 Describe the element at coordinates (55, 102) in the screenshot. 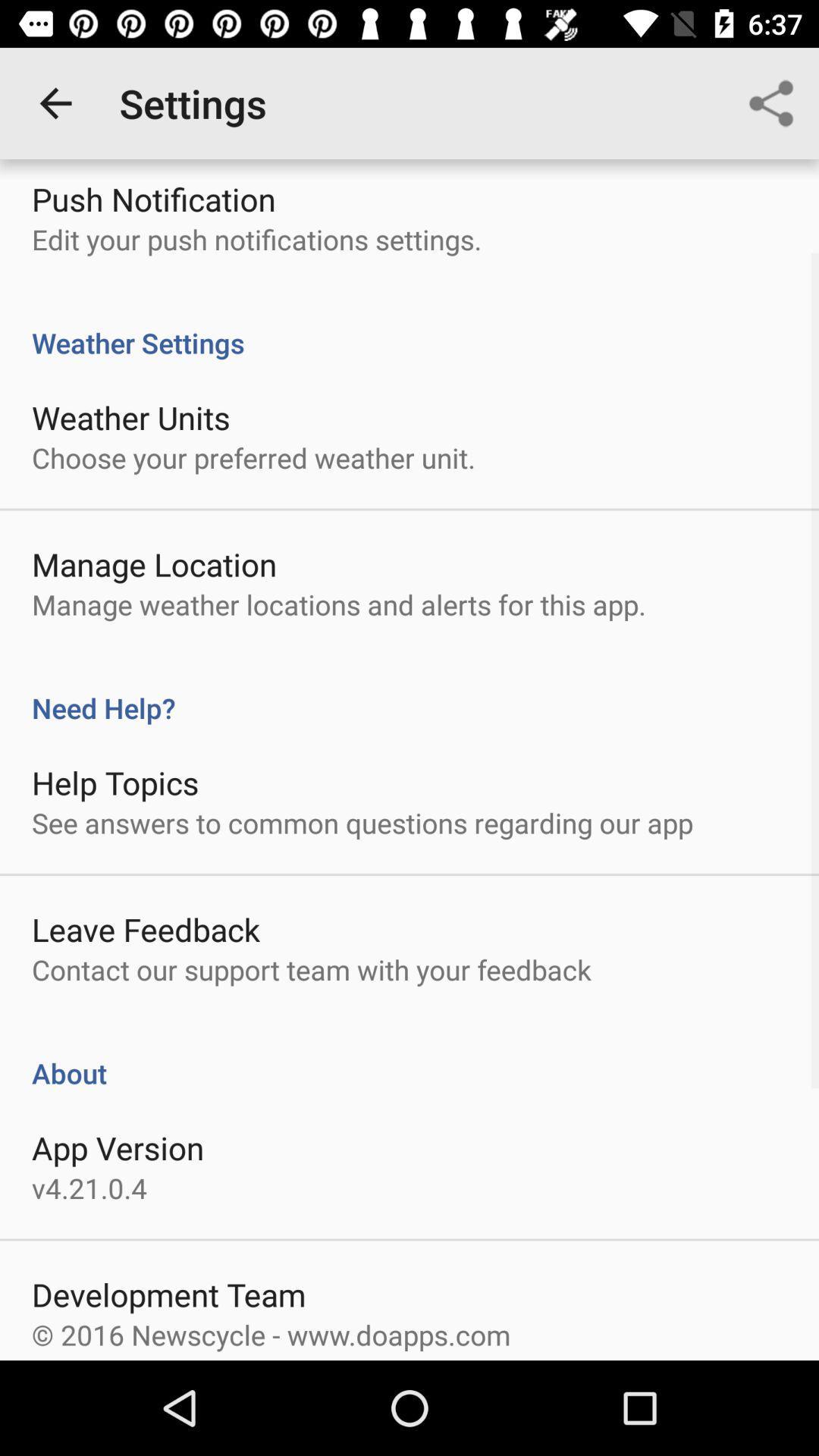

I see `icon next to settings  item` at that location.